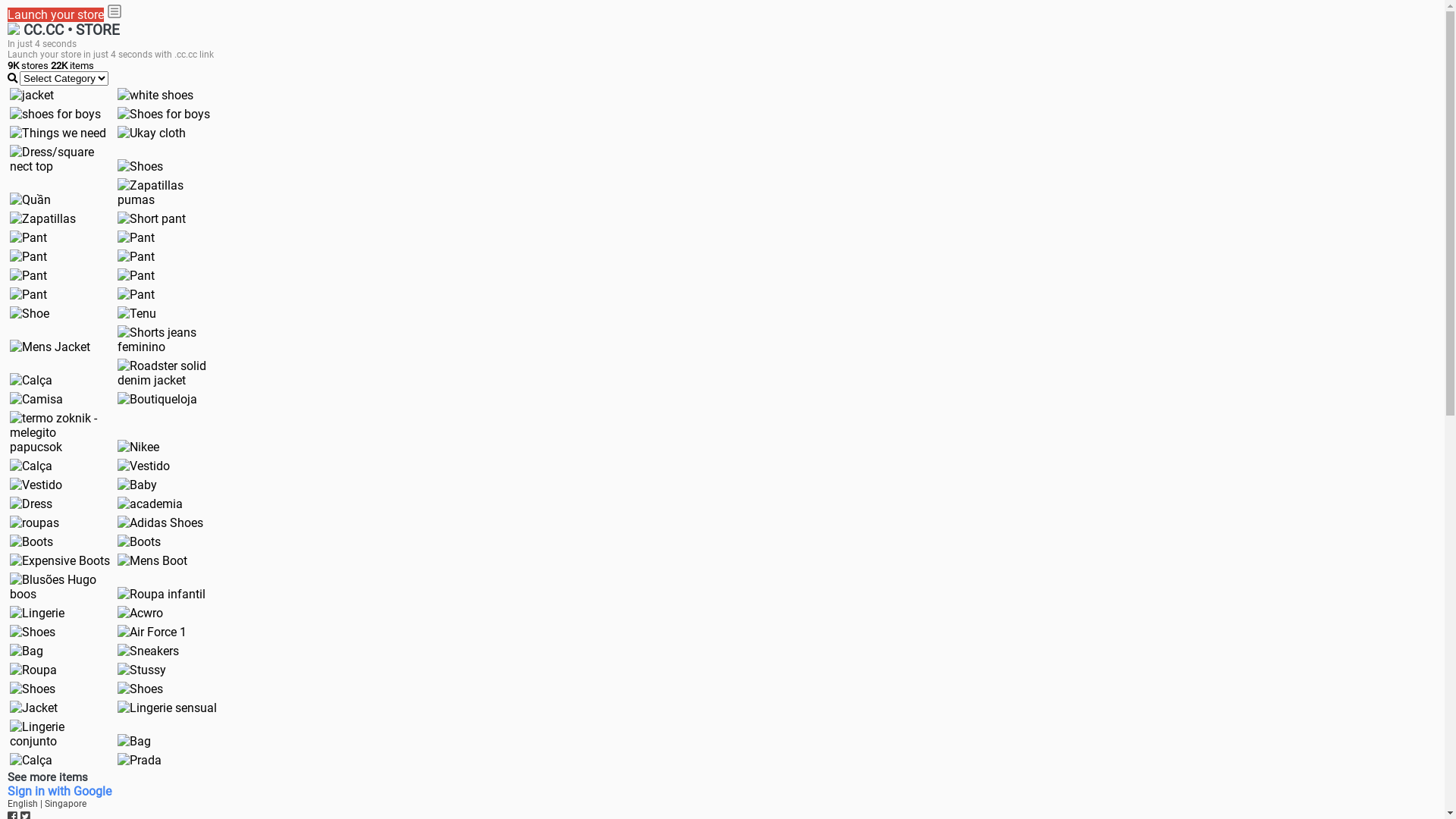  What do you see at coordinates (33, 632) in the screenshot?
I see `'Shoes'` at bounding box center [33, 632].